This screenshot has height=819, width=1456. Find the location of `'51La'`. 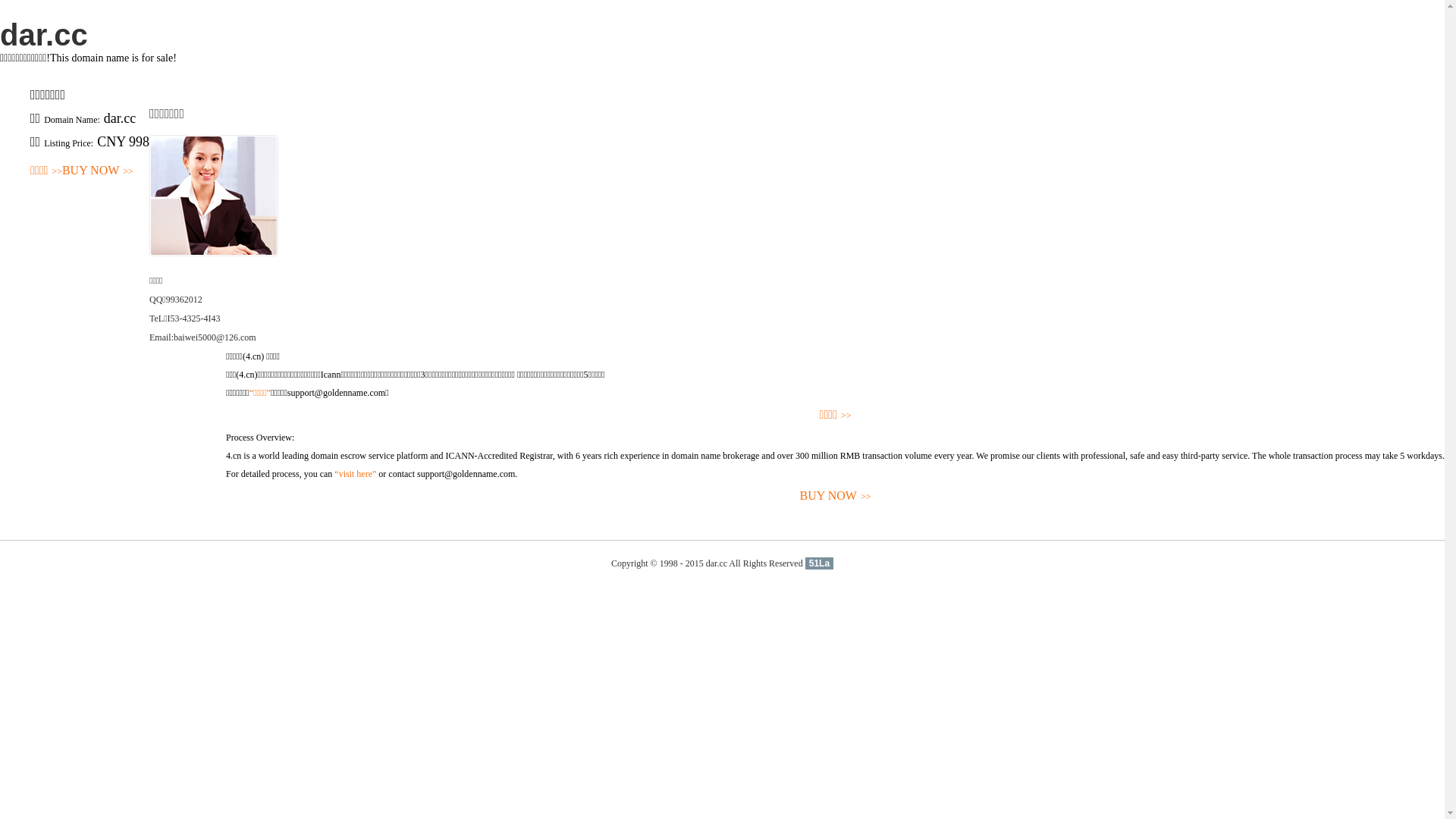

'51La' is located at coordinates (804, 563).